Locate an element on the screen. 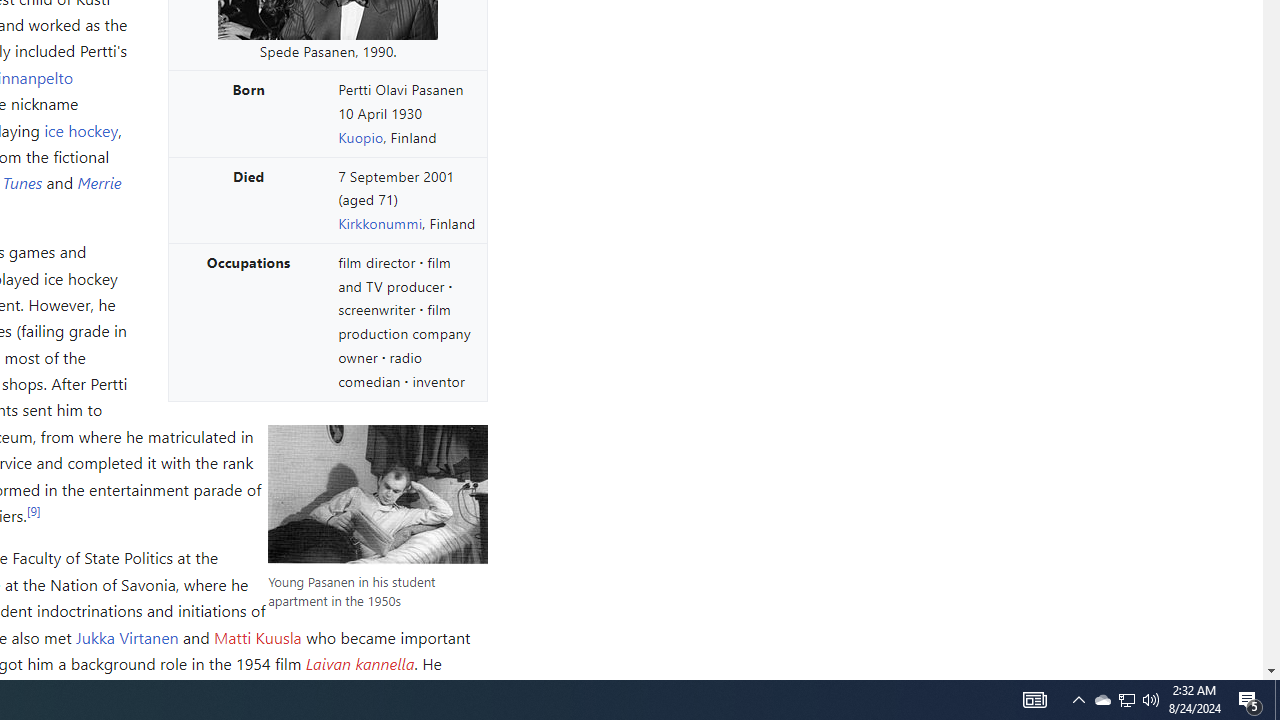  '[9]' is located at coordinates (33, 509).